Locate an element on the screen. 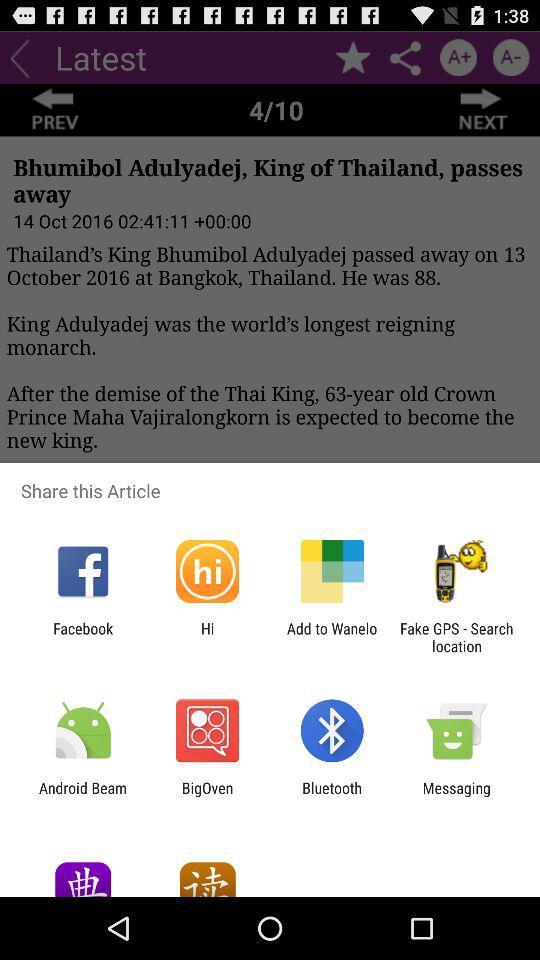  the app next to add to wanelo icon is located at coordinates (206, 636).